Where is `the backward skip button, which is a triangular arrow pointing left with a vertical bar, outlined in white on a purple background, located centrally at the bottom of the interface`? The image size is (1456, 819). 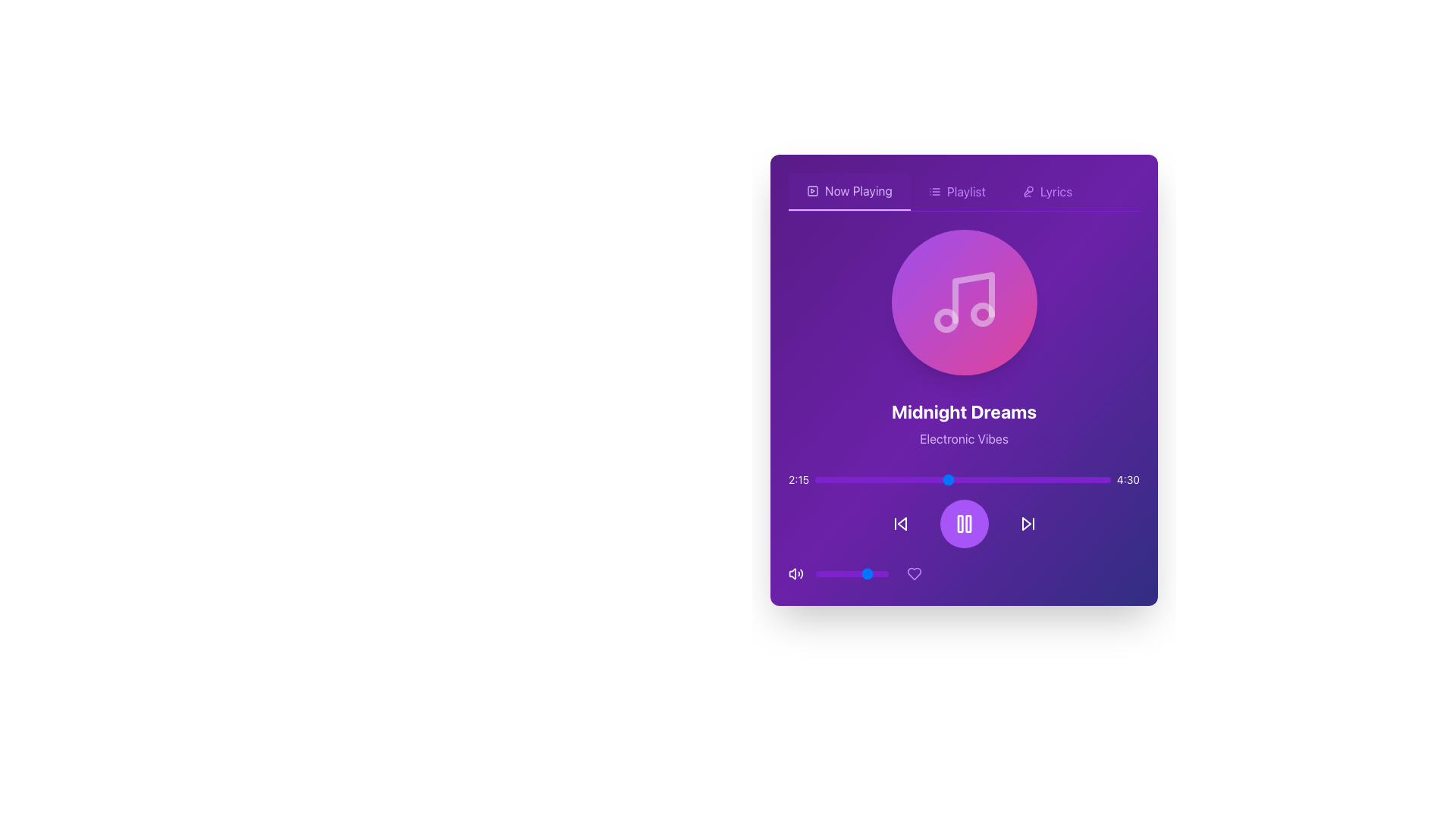
the backward skip button, which is a triangular arrow pointing left with a vertical bar, outlined in white on a purple background, located centrally at the bottom of the interface is located at coordinates (900, 522).